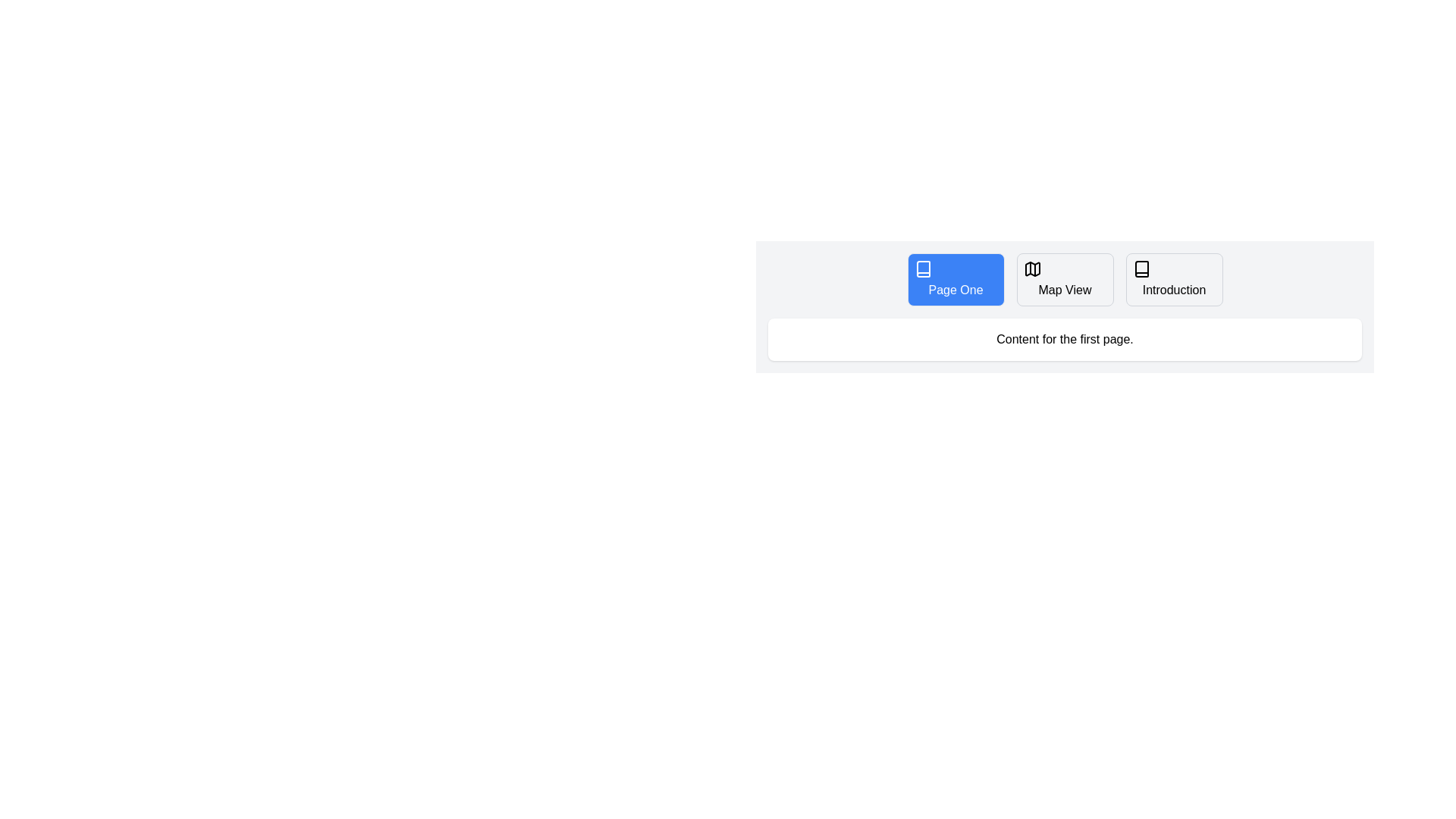 This screenshot has width=1456, height=819. Describe the element at coordinates (1064, 280) in the screenshot. I see `the 'Map View' button, which is a rectangular button with a map icon and dark text, positioned between the 'Page One' and 'Introduction' buttons` at that location.